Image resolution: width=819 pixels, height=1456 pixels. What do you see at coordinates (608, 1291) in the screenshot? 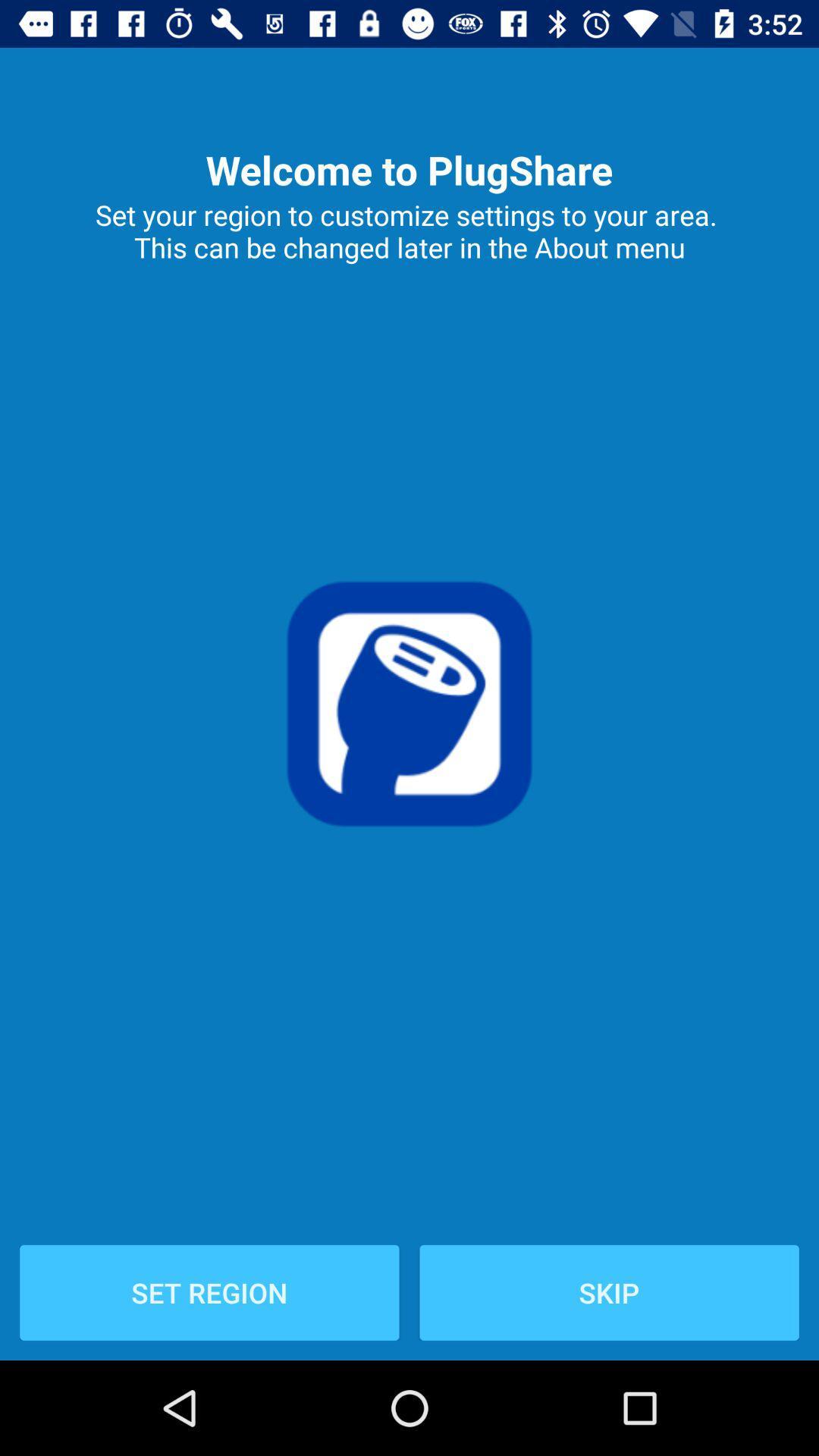
I see `skip item` at bounding box center [608, 1291].